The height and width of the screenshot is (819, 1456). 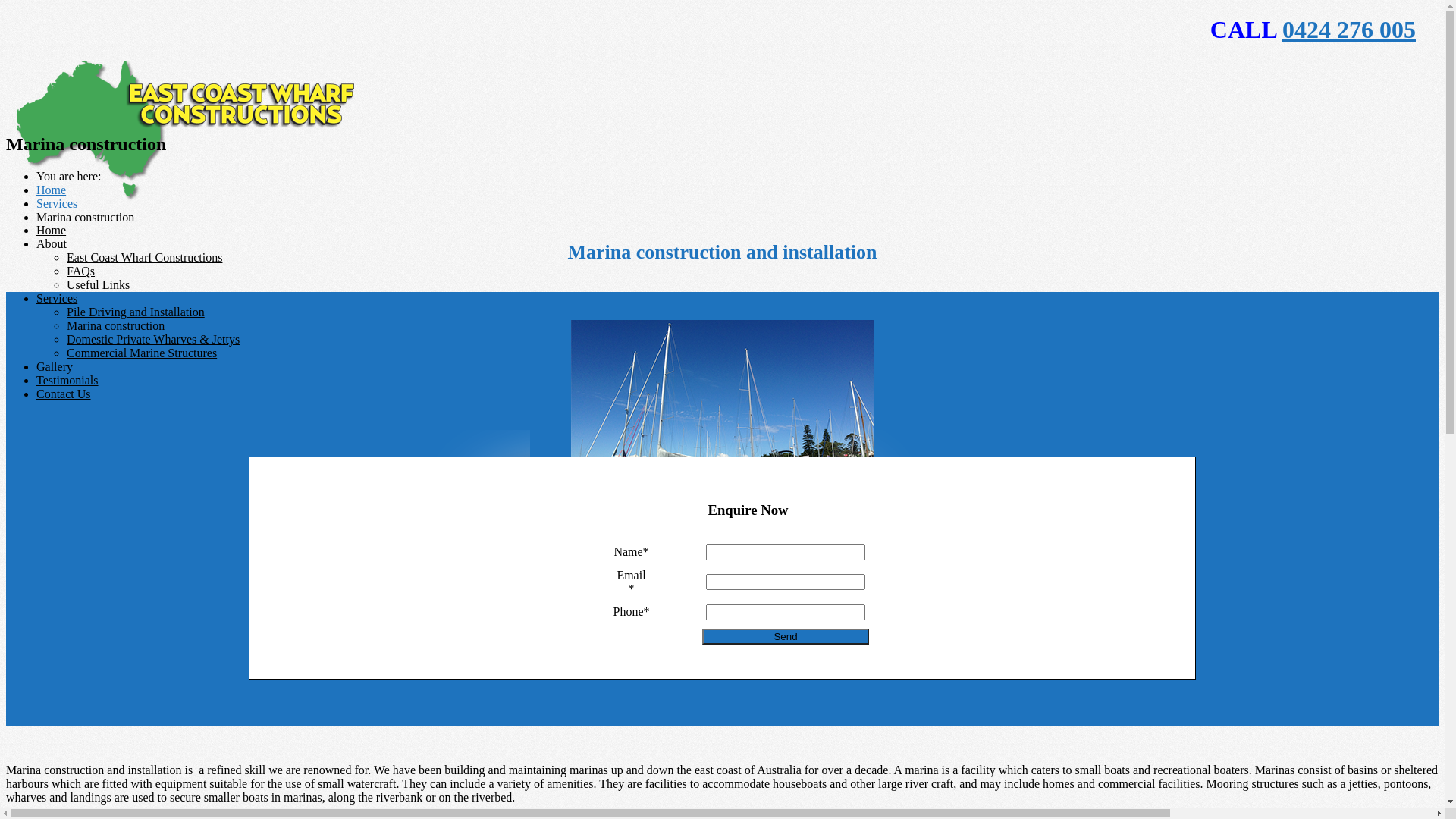 What do you see at coordinates (65, 338) in the screenshot?
I see `'Domestic Private Wharves & Jettys'` at bounding box center [65, 338].